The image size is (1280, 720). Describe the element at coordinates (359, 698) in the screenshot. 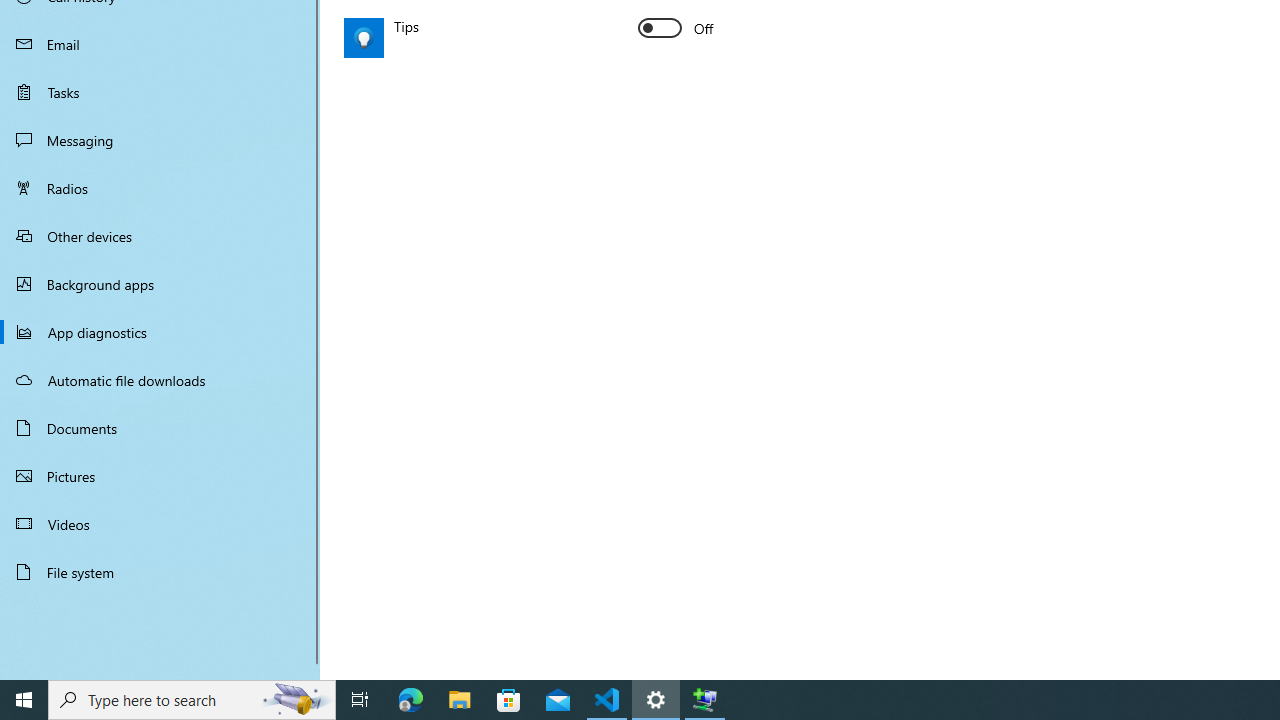

I see `'Task View'` at that location.